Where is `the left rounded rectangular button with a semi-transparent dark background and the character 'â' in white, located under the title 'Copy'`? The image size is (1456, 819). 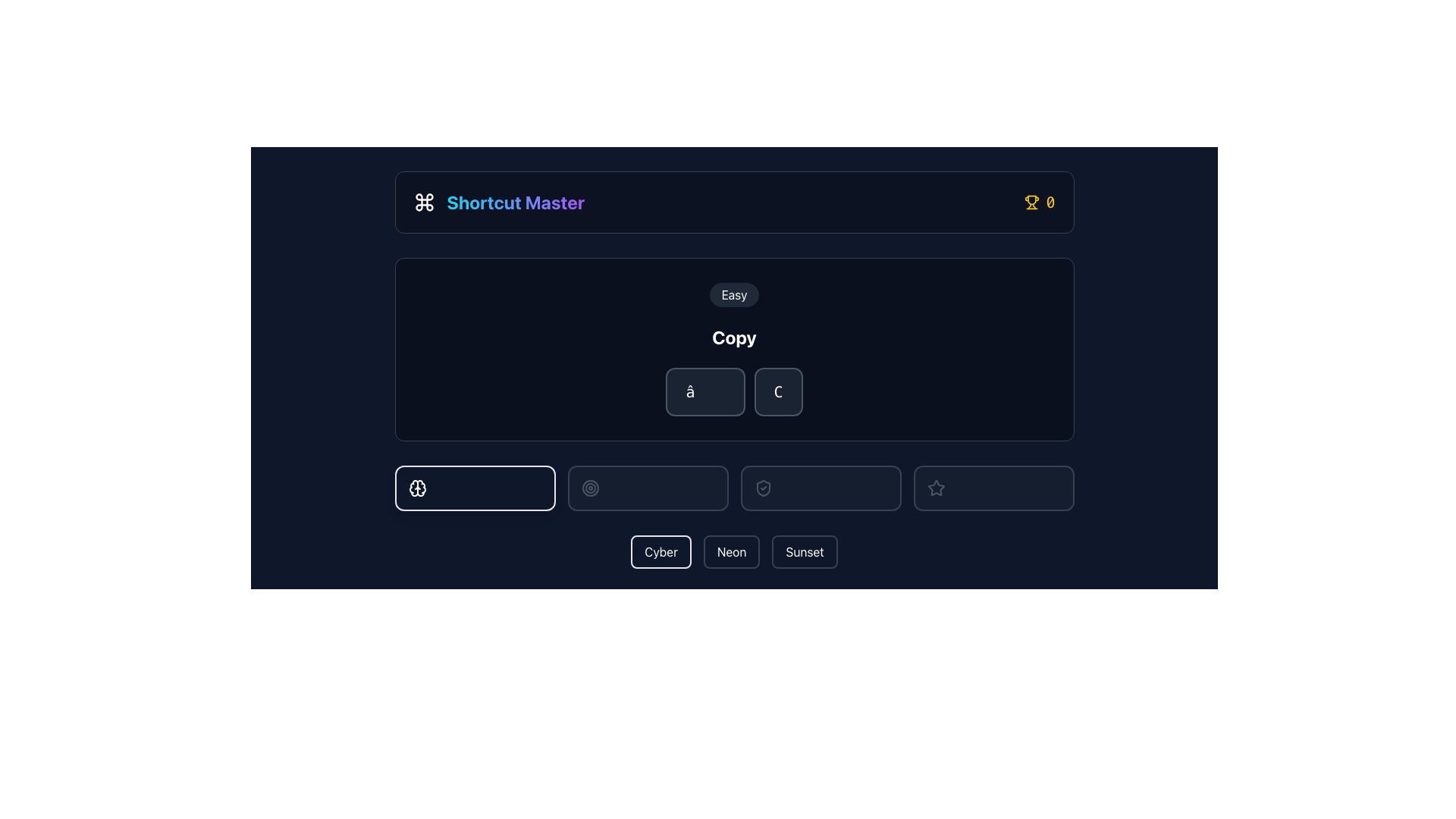
the left rounded rectangular button with a semi-transparent dark background and the character 'â' in white, located under the title 'Copy' is located at coordinates (704, 391).